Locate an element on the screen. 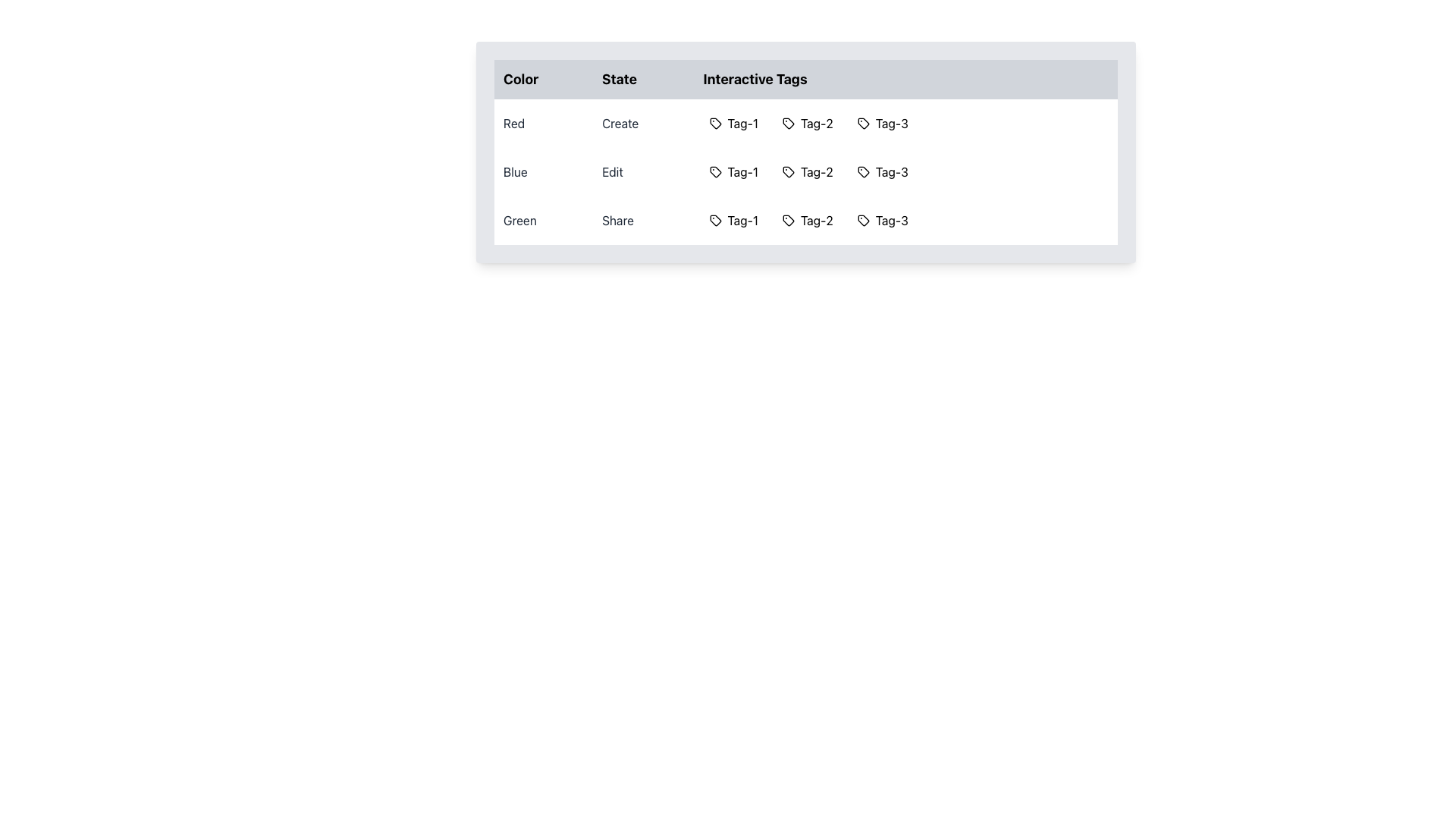 This screenshot has height=819, width=1456. the specific tag within the 'Interactive Tags' column of the table that has three rows for Red, Blue, and Green colors is located at coordinates (805, 152).